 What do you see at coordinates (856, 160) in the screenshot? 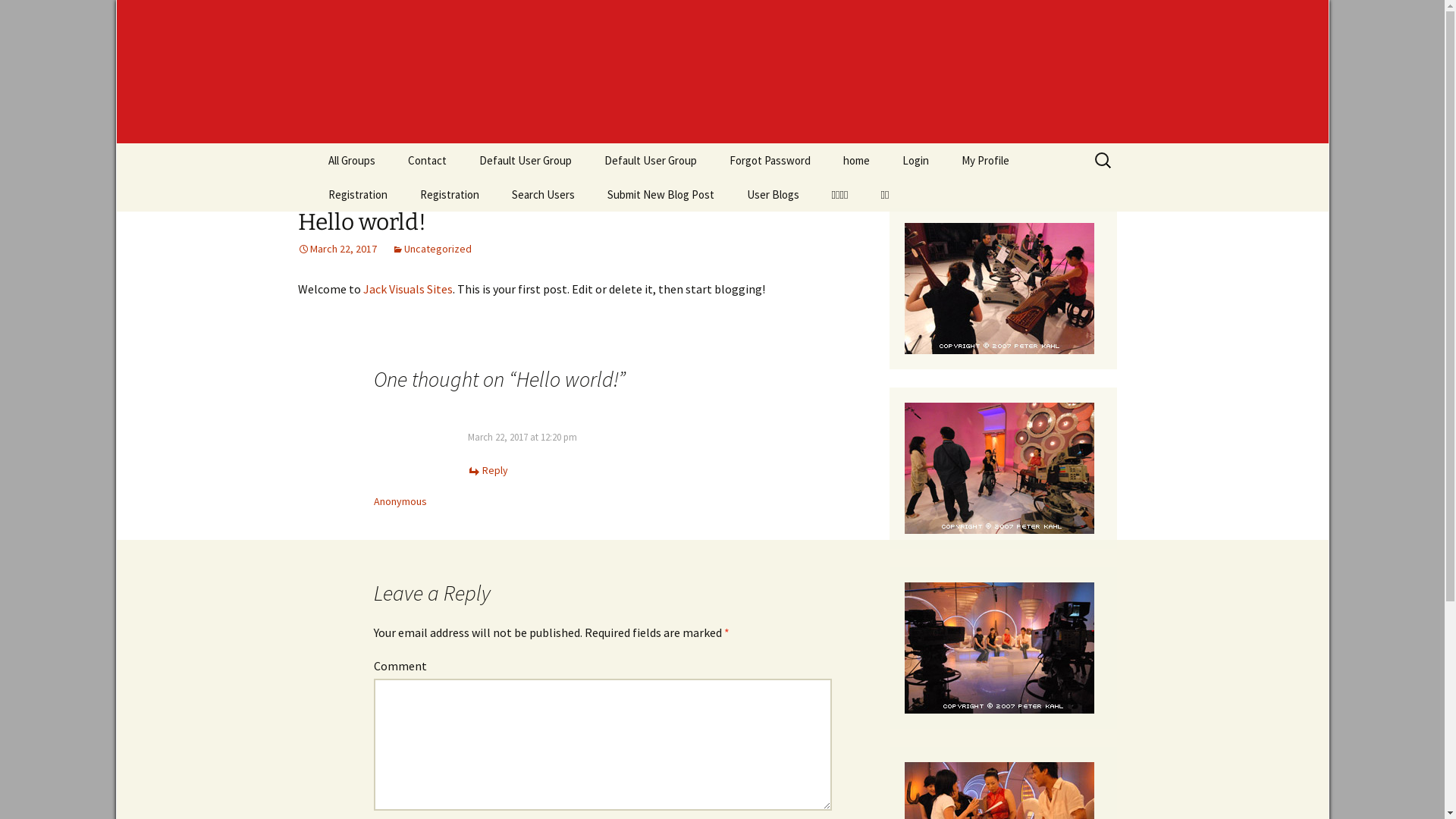
I see `'home'` at bounding box center [856, 160].